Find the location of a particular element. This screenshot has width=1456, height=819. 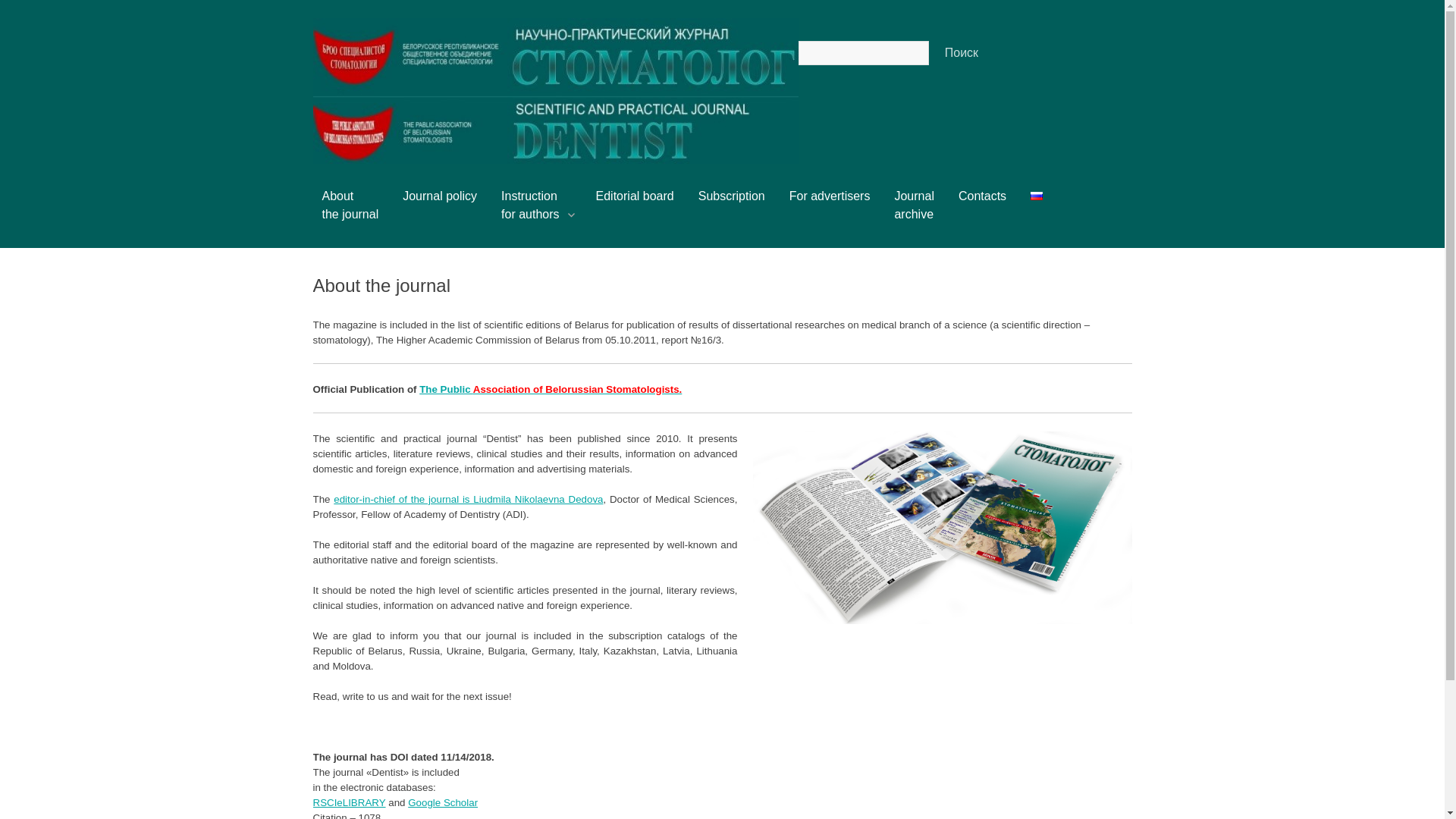

'Skip to content' is located at coordinates (337, 195).